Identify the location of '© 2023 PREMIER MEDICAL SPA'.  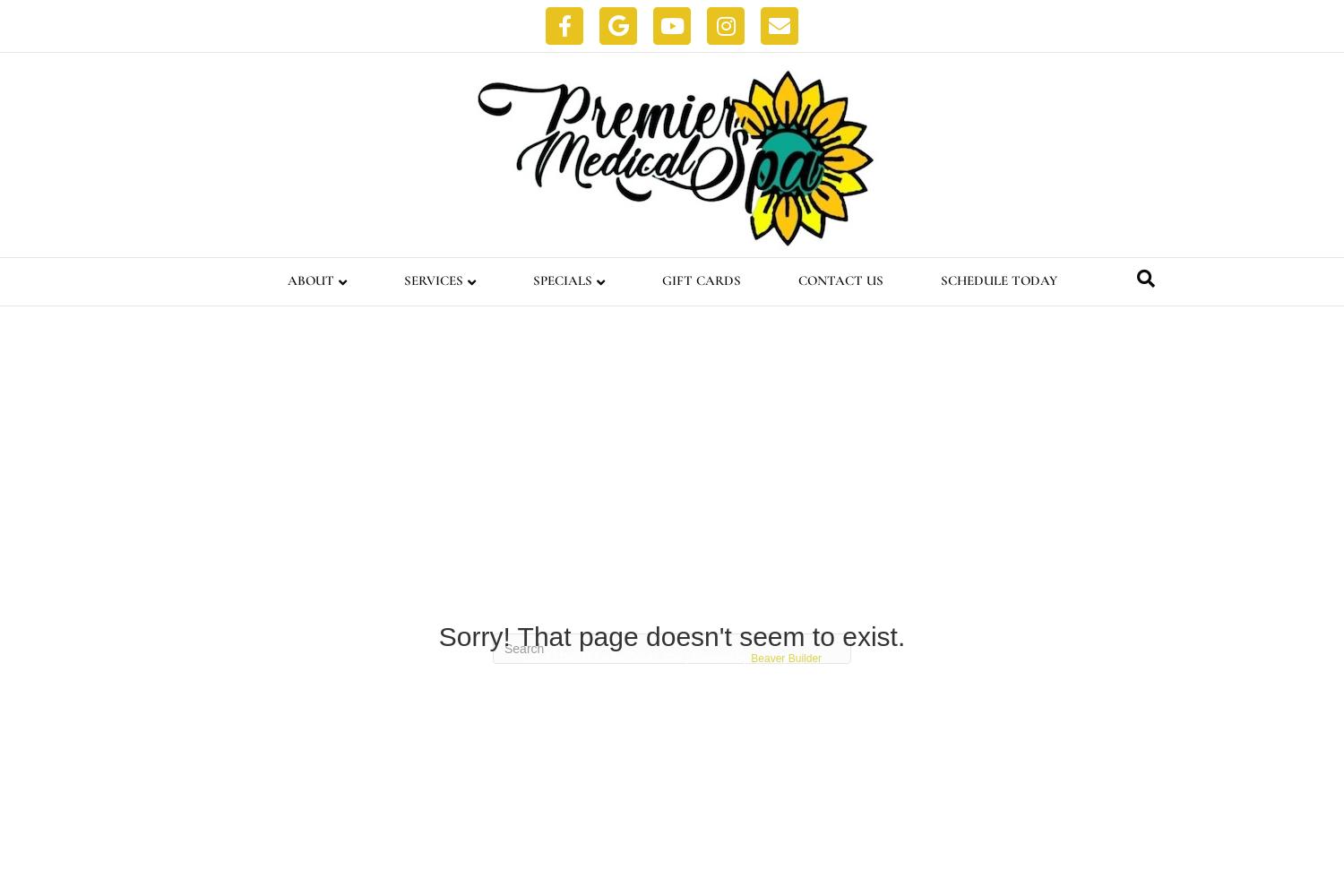
(601, 658).